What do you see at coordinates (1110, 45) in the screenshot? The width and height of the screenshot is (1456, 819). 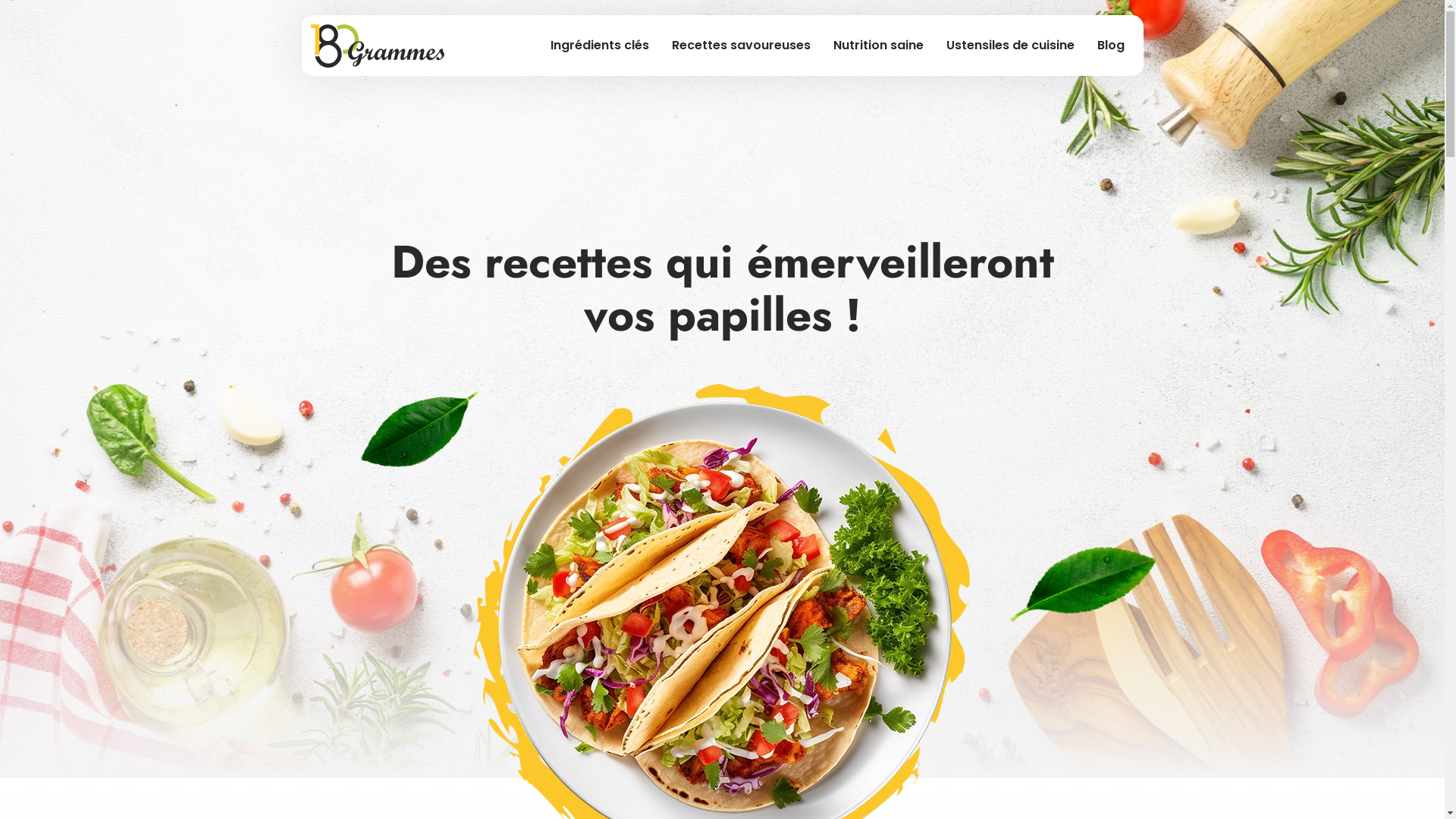 I see `'Blog'` at bounding box center [1110, 45].